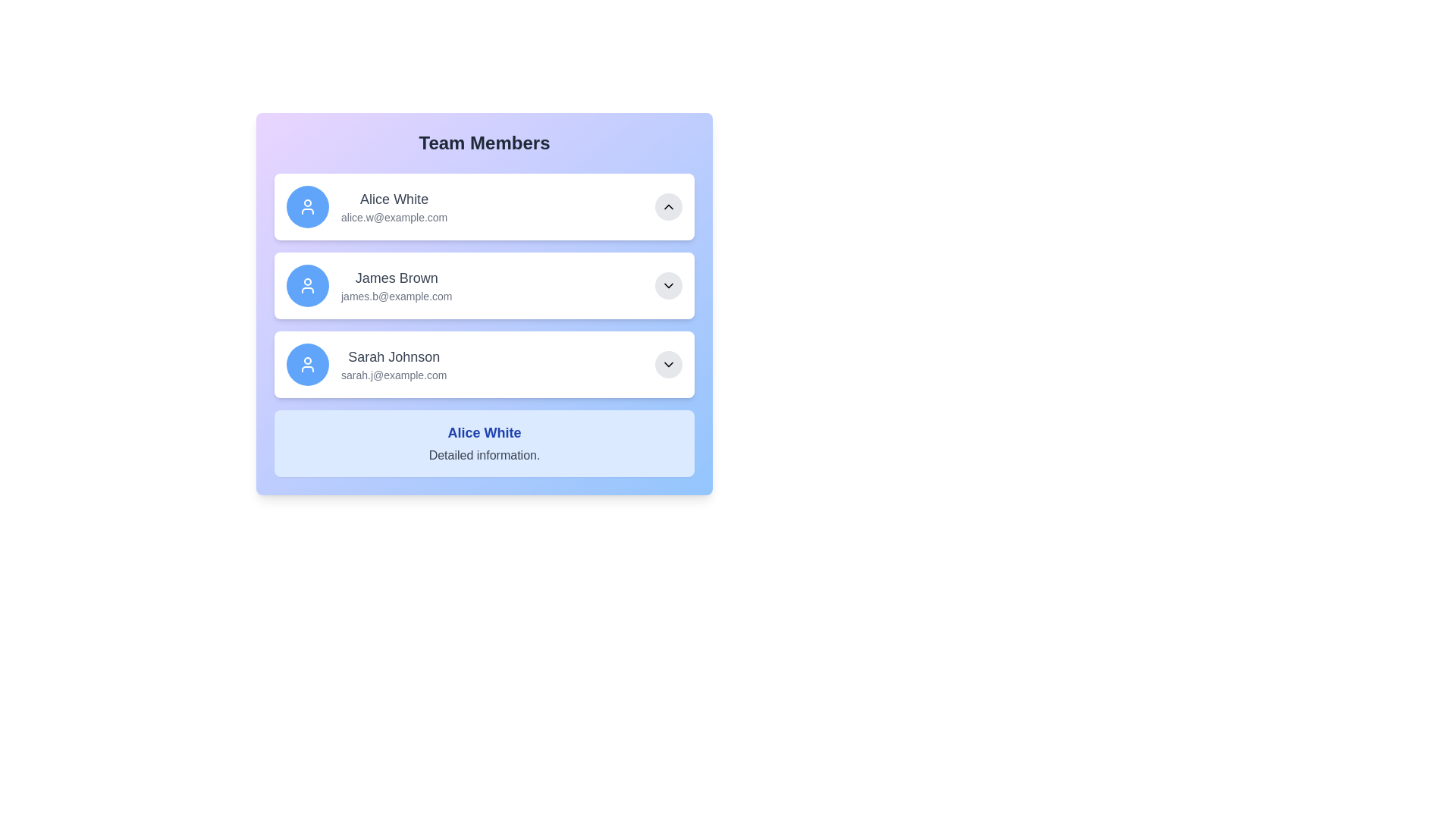 This screenshot has height=819, width=1456. I want to click on the chevron-down icon within the circular button on the right side of the list item's header for 'James Brown' to observe visual feedback, so click(668, 286).